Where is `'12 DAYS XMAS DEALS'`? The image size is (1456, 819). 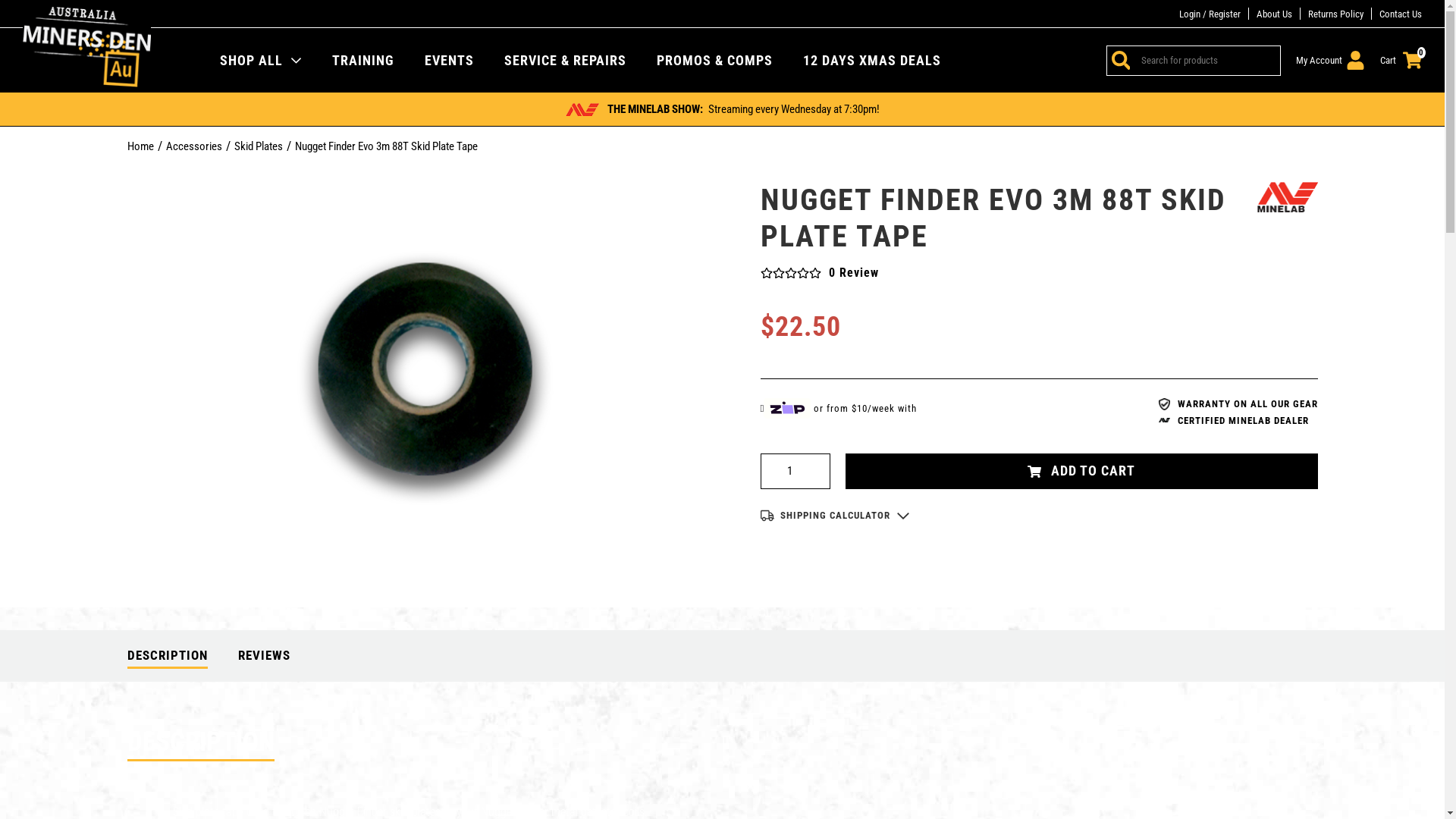
'12 DAYS XMAS DEALS' is located at coordinates (872, 58).